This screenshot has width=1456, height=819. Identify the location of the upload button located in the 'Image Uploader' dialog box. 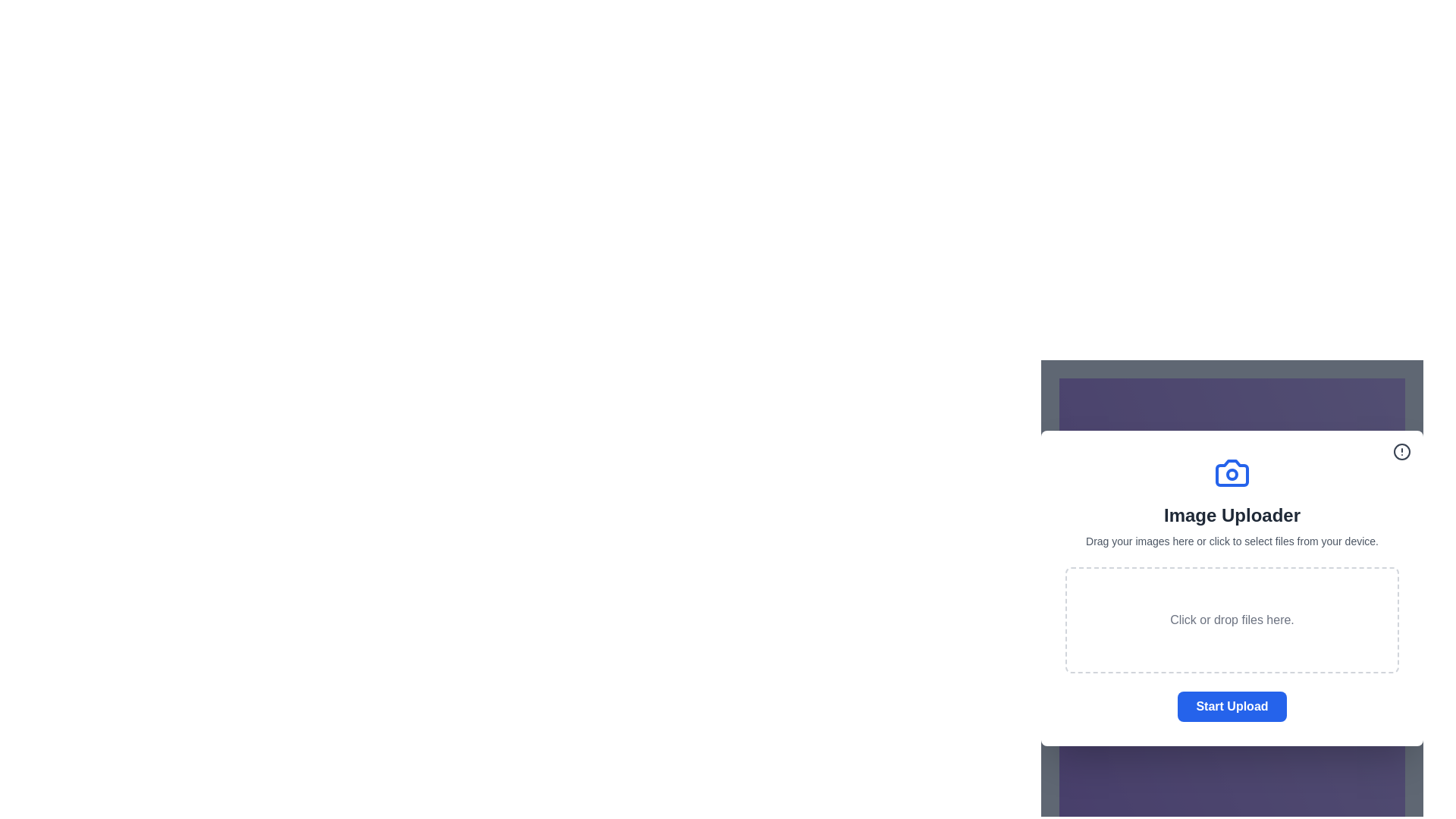
(1232, 707).